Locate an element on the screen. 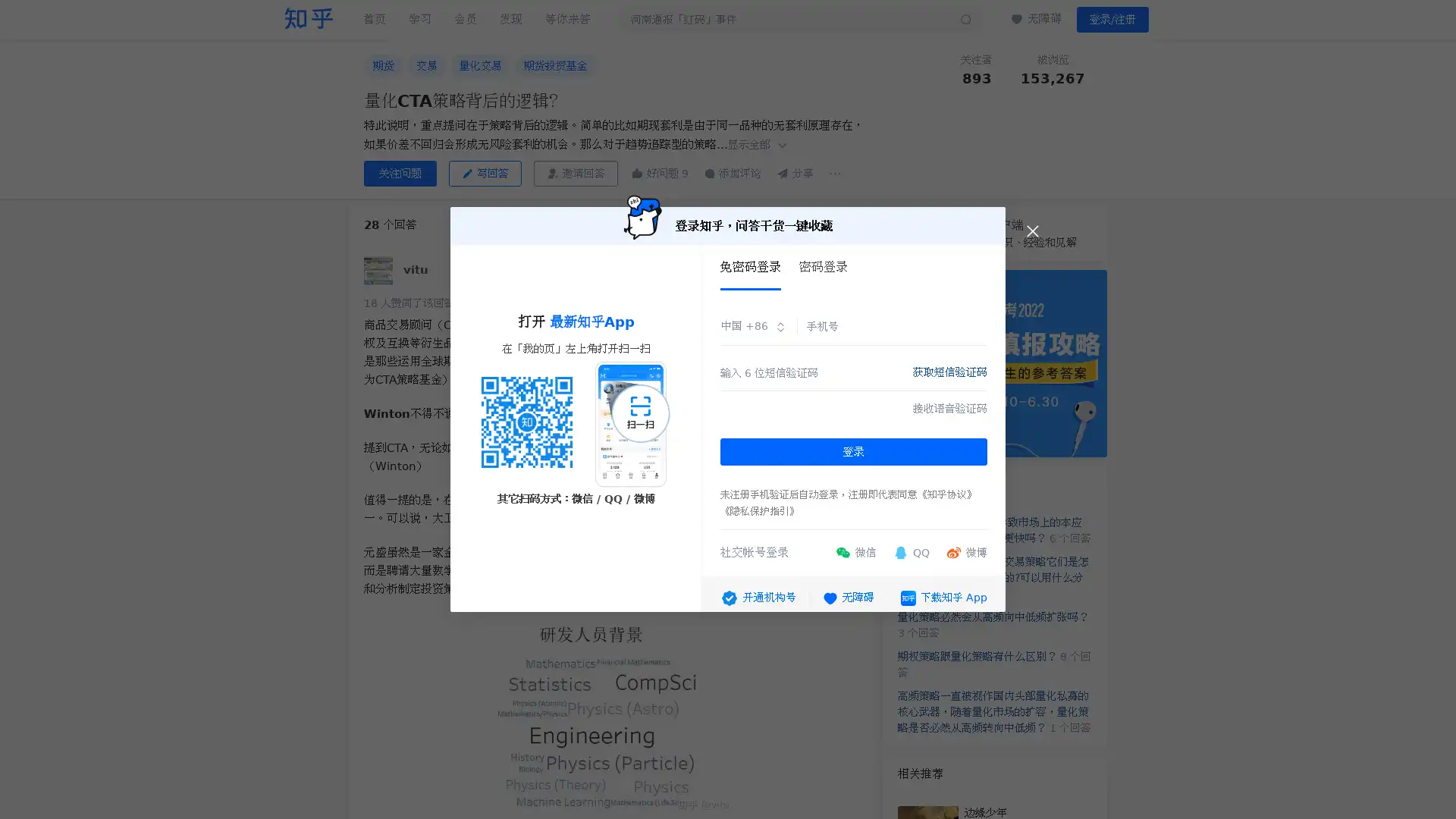  / is located at coordinates (1112, 20).